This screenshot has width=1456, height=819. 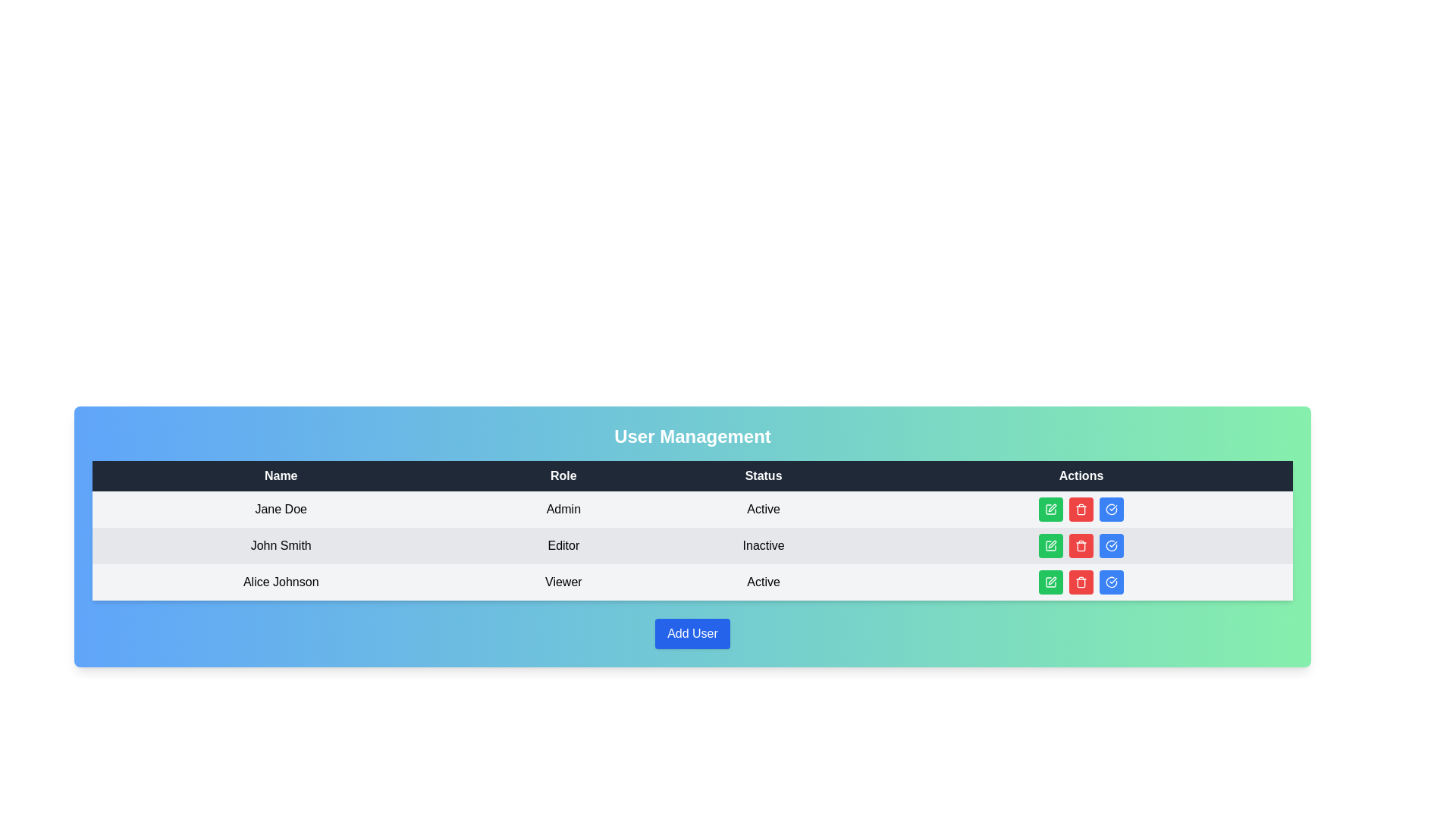 What do you see at coordinates (1050, 509) in the screenshot?
I see `the edit icon button in the 'Actions' column of the user management table for user 'Jane Doe'` at bounding box center [1050, 509].